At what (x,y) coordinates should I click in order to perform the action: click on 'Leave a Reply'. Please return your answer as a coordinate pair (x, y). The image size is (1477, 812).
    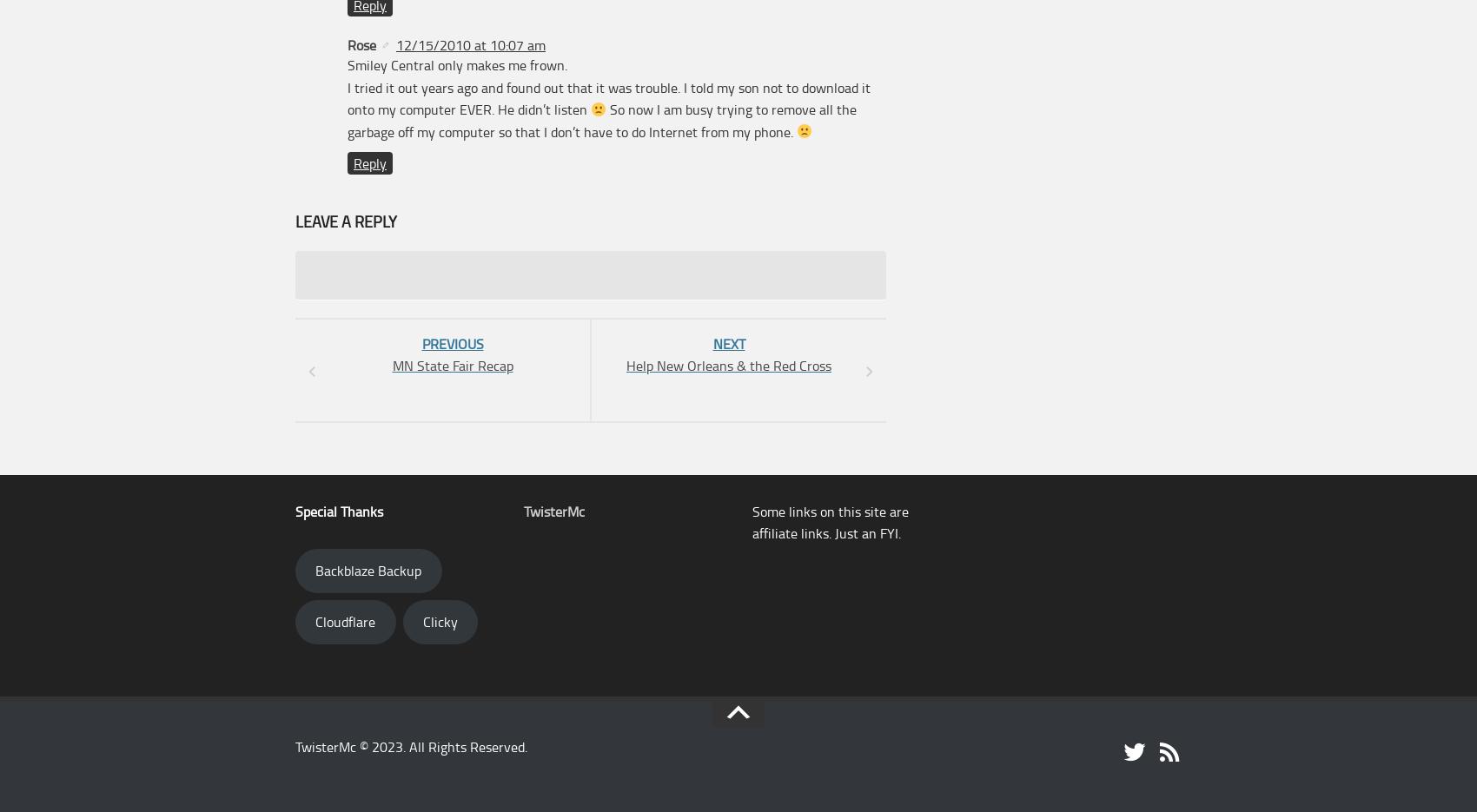
    Looking at the image, I should click on (345, 221).